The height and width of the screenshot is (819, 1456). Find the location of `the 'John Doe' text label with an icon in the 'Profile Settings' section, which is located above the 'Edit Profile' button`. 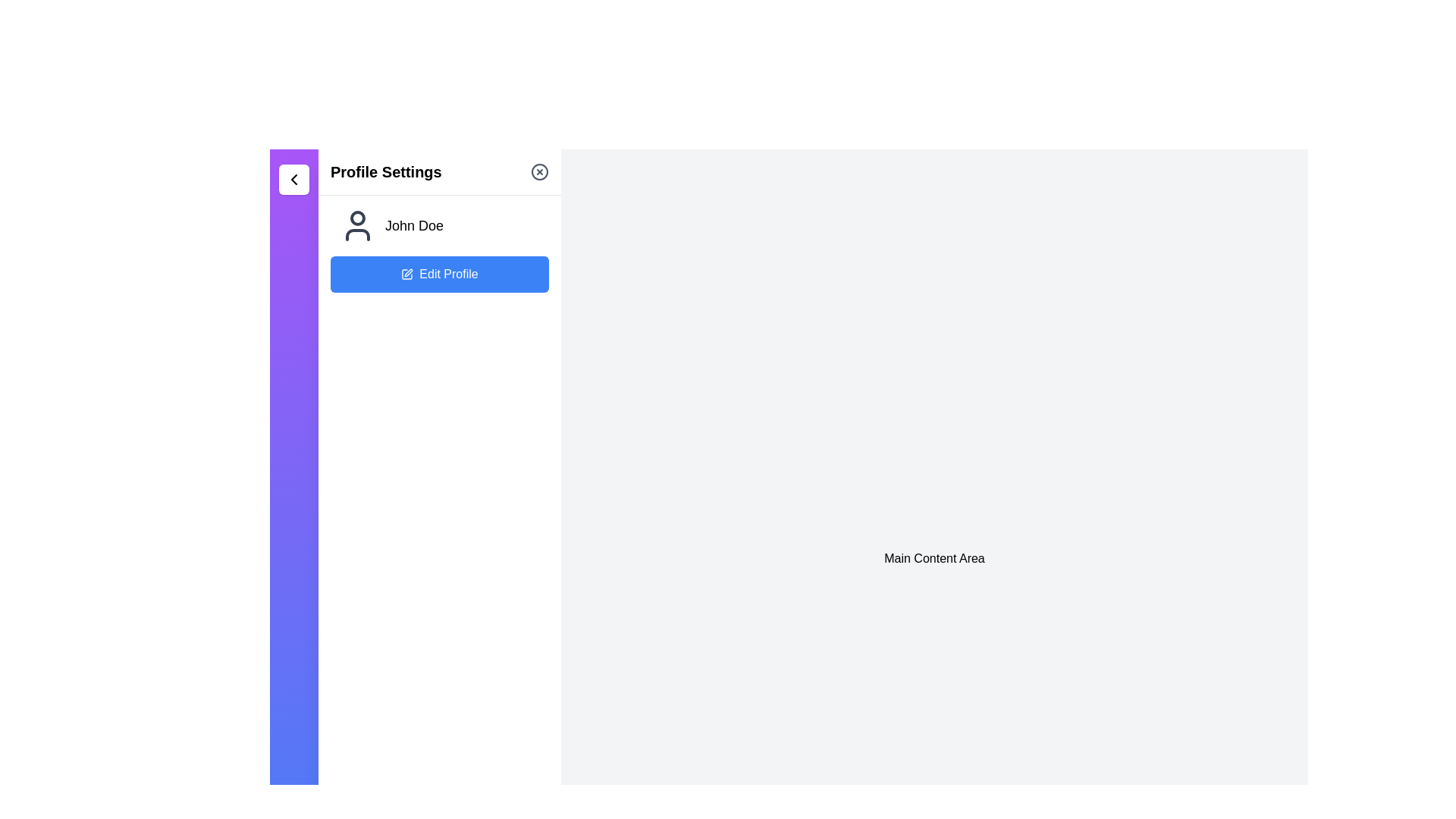

the 'John Doe' text label with an icon in the 'Profile Settings' section, which is located above the 'Edit Profile' button is located at coordinates (439, 225).